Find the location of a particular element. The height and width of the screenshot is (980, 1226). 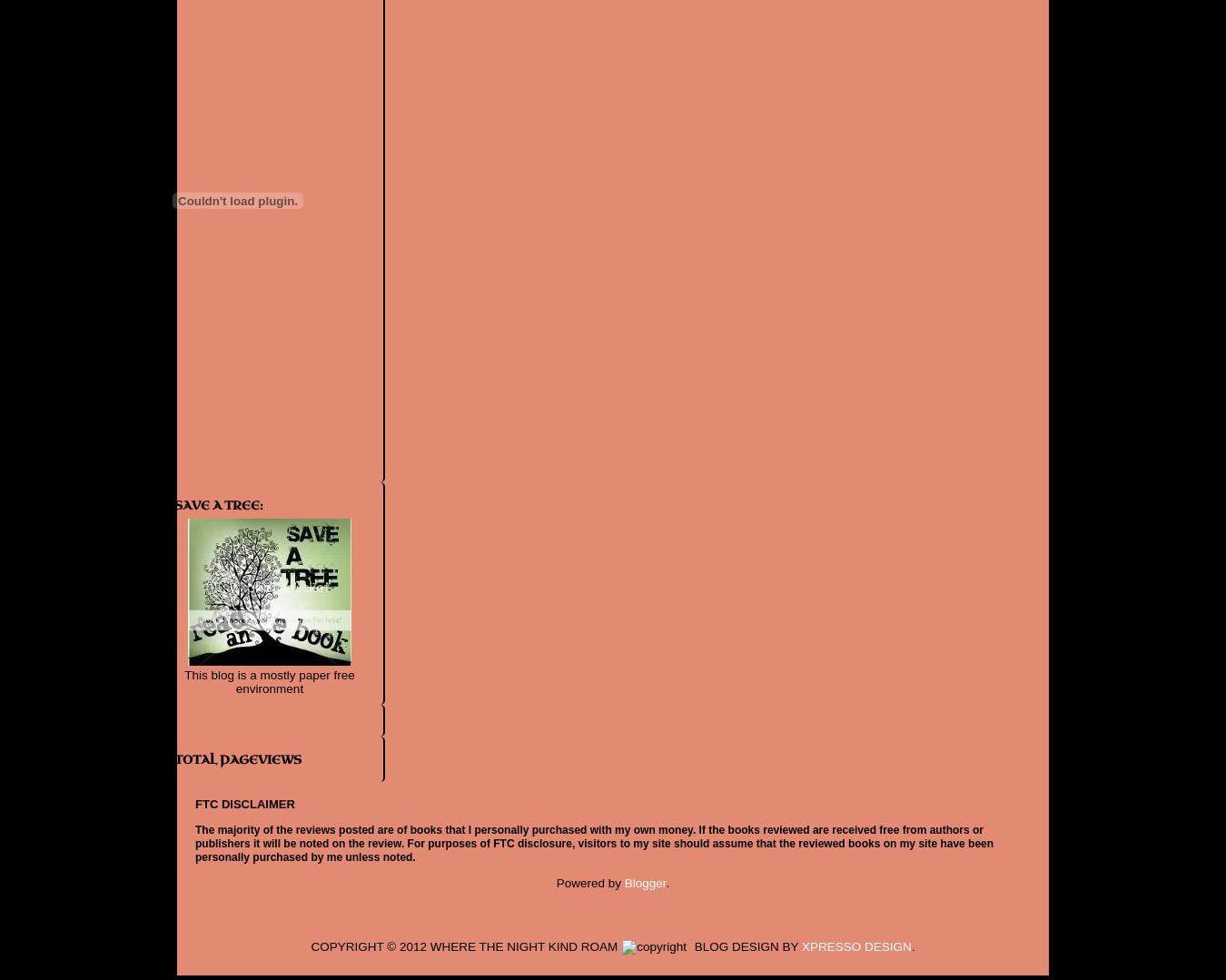

'Save a Tree:' is located at coordinates (217, 503).